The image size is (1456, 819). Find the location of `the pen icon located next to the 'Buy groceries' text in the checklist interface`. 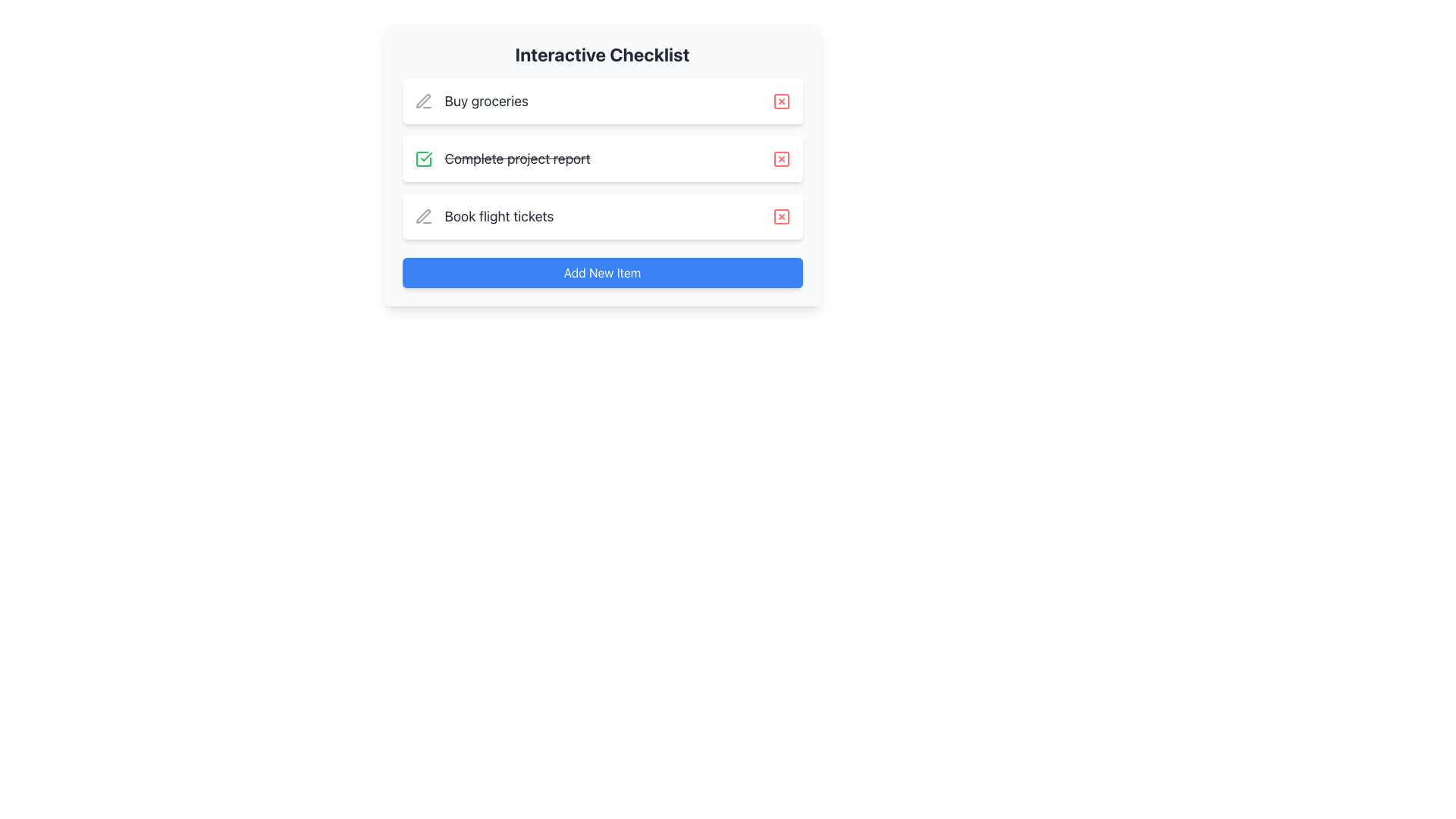

the pen icon located next to the 'Buy groceries' text in the checklist interface is located at coordinates (422, 216).